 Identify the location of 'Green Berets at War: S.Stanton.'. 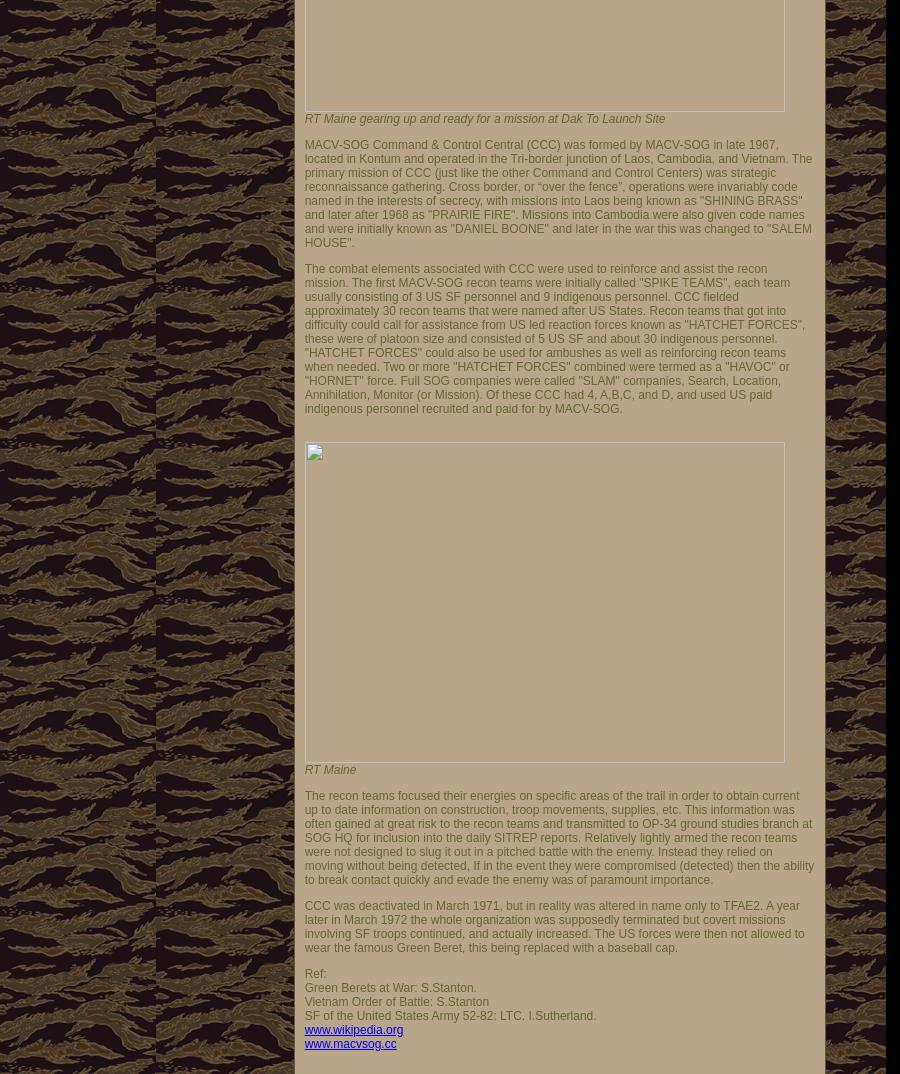
(303, 986).